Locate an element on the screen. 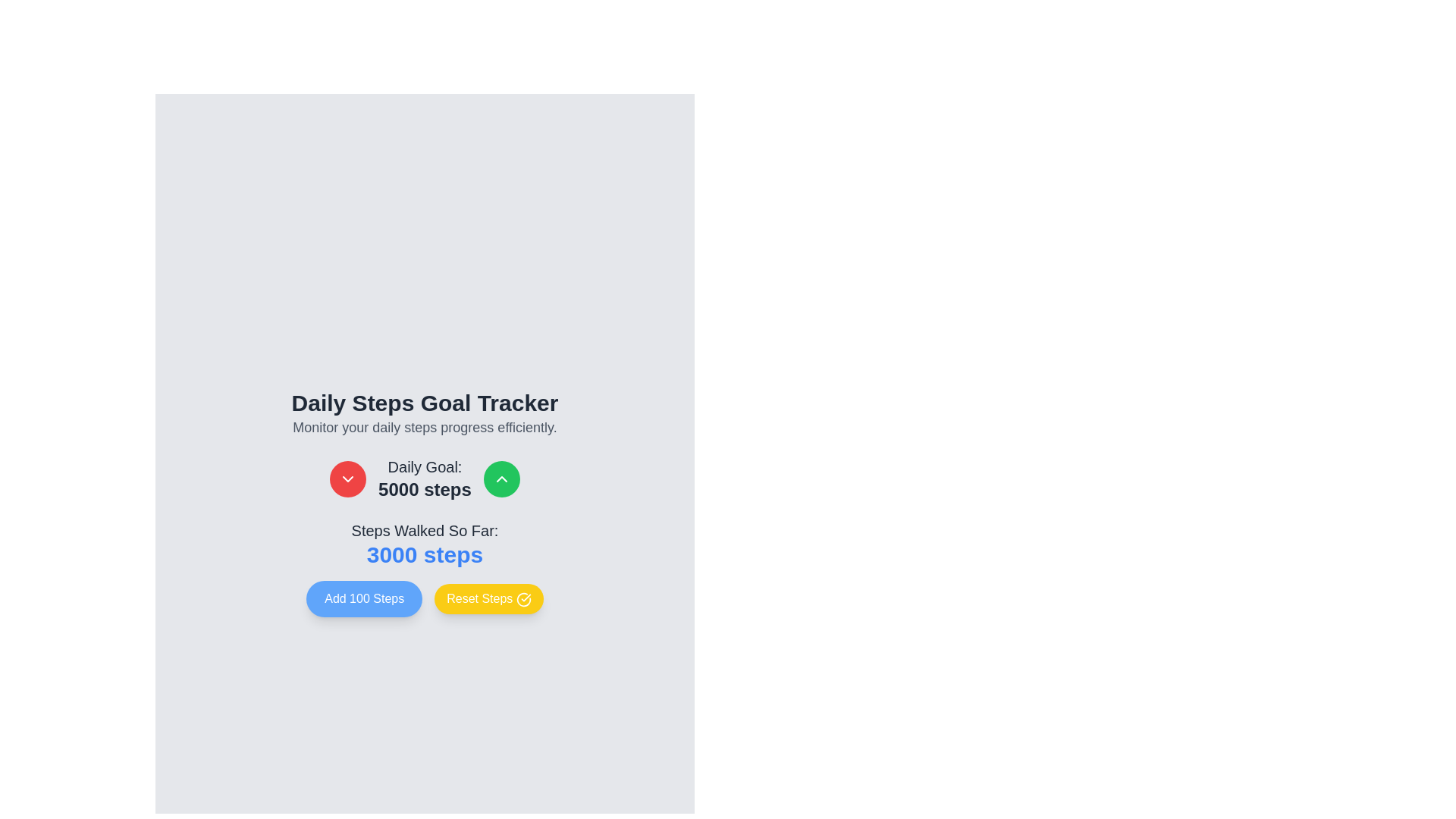 The height and width of the screenshot is (819, 1456). the text element that reads 'Monitor your daily steps progress efficiently.' which is positioned below the heading 'Daily Steps Goal Tracker' is located at coordinates (425, 427).